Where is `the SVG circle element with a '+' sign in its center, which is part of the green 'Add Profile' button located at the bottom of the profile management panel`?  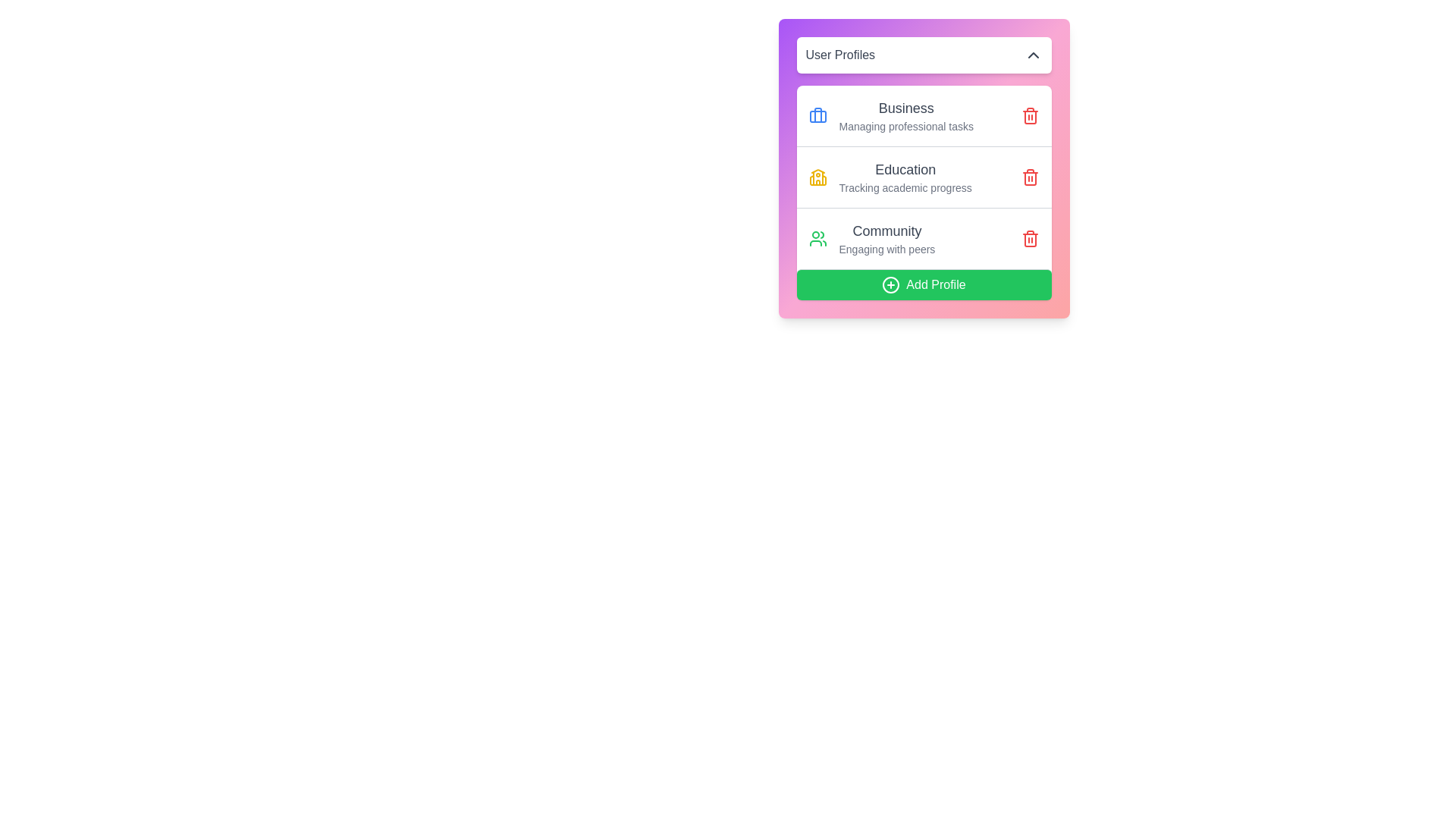 the SVG circle element with a '+' sign in its center, which is part of the green 'Add Profile' button located at the bottom of the profile management panel is located at coordinates (891, 284).